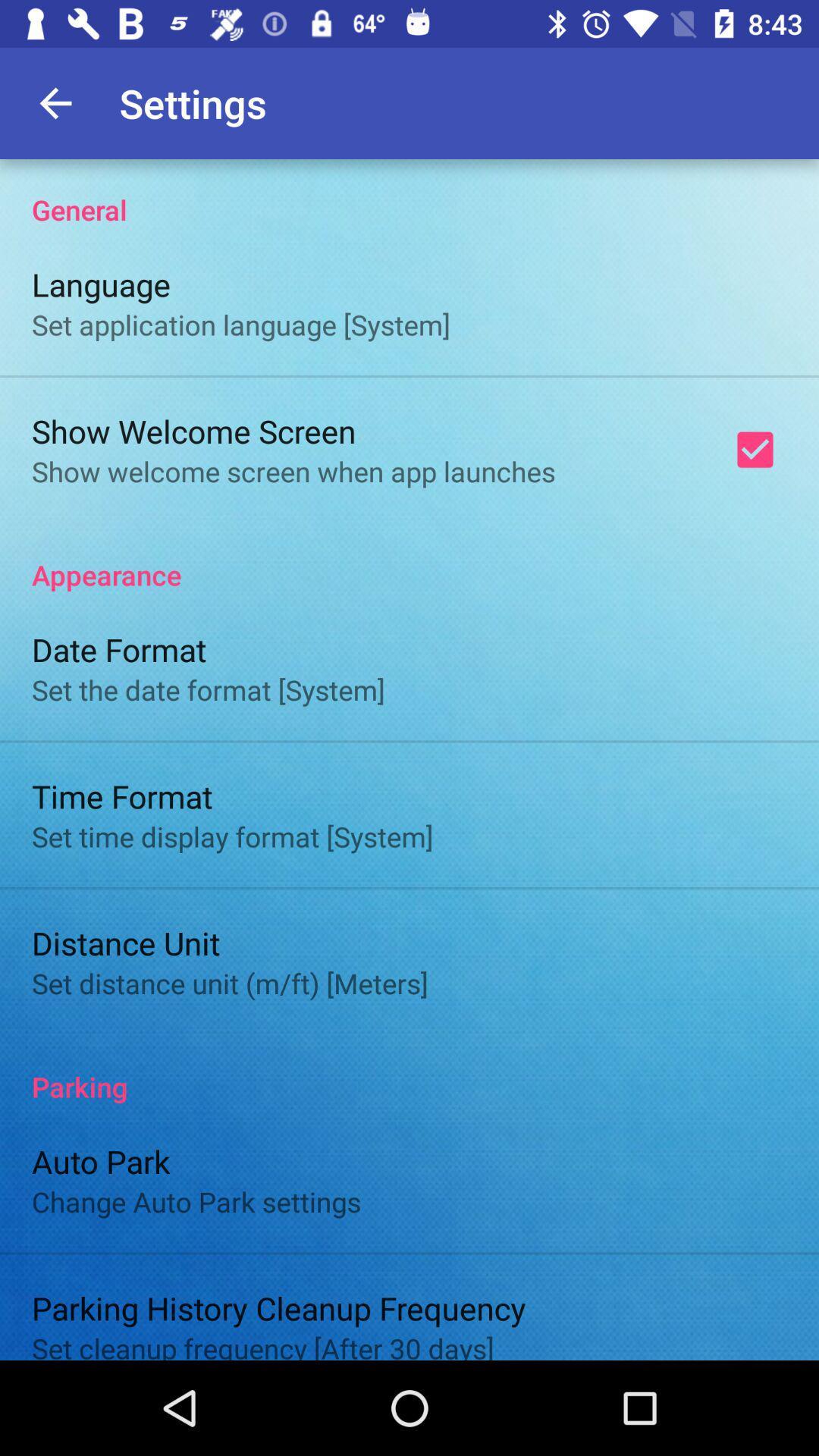  Describe the element at coordinates (409, 193) in the screenshot. I see `the general icon` at that location.